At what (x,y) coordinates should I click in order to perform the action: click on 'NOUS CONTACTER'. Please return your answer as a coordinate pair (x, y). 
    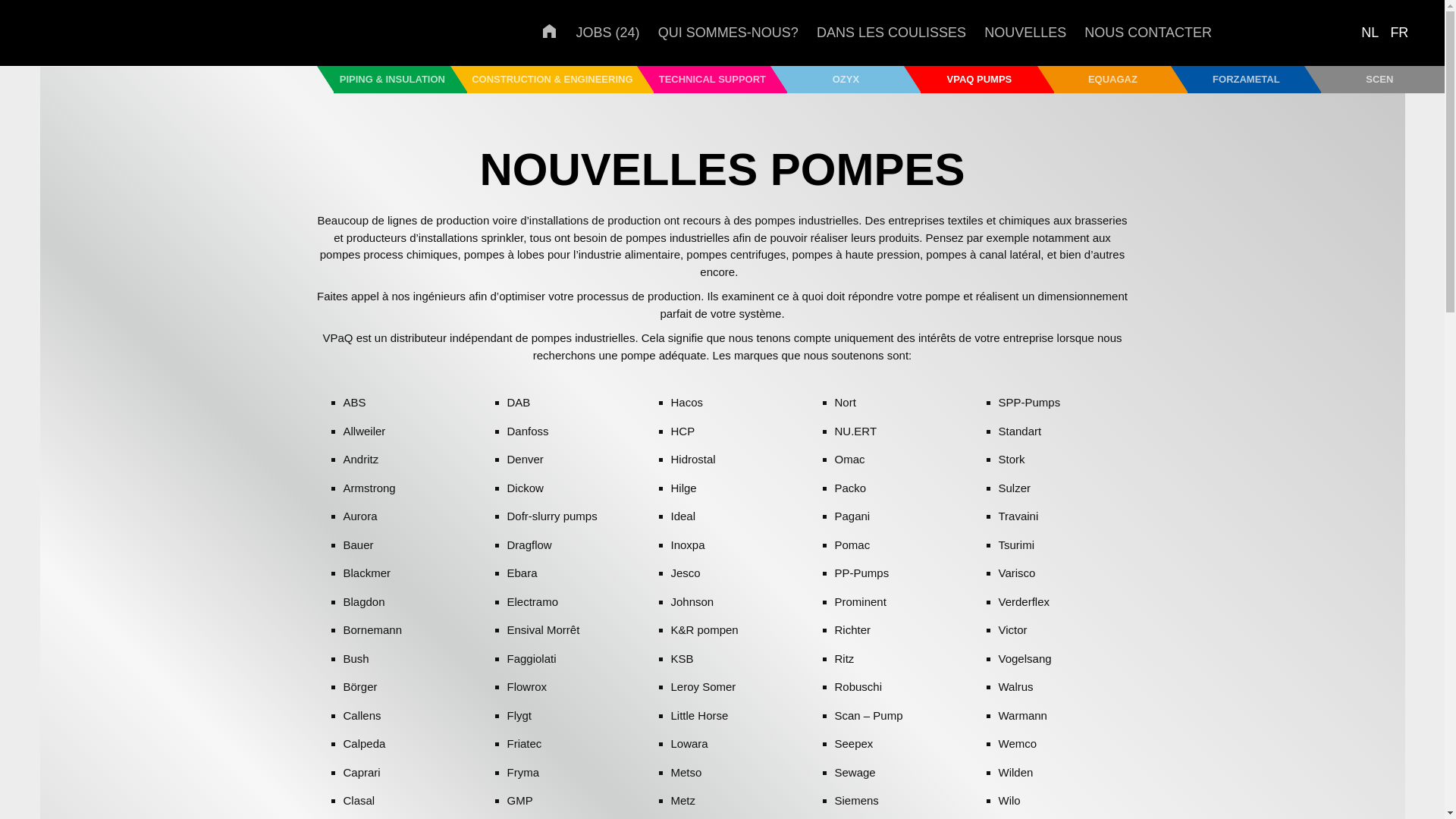
    Looking at the image, I should click on (1084, 32).